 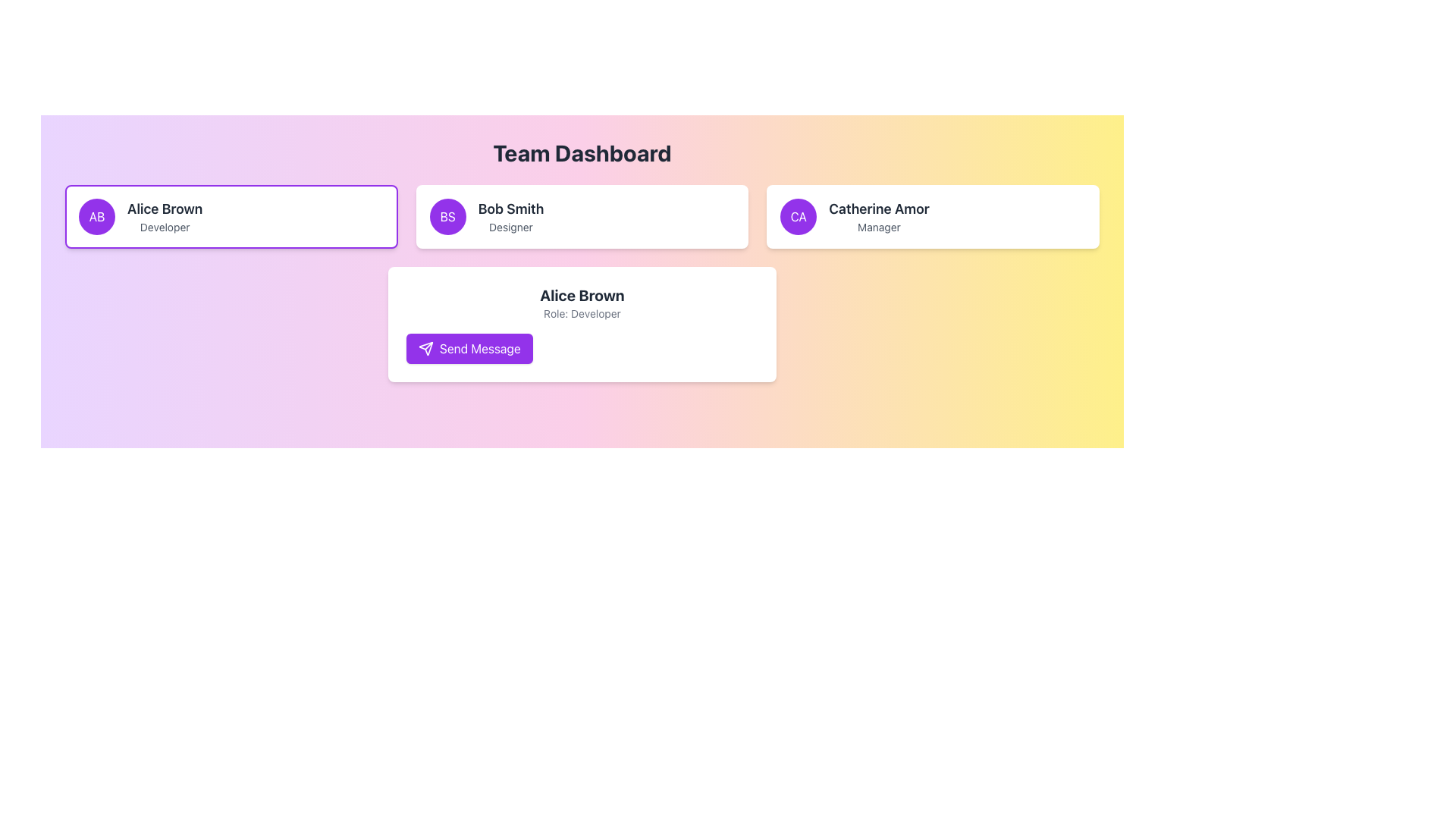 What do you see at coordinates (165, 209) in the screenshot?
I see `the Text Label displaying 'Alice Brown', which identifies the team member in the team card, located in the top-left section of the interface` at bounding box center [165, 209].